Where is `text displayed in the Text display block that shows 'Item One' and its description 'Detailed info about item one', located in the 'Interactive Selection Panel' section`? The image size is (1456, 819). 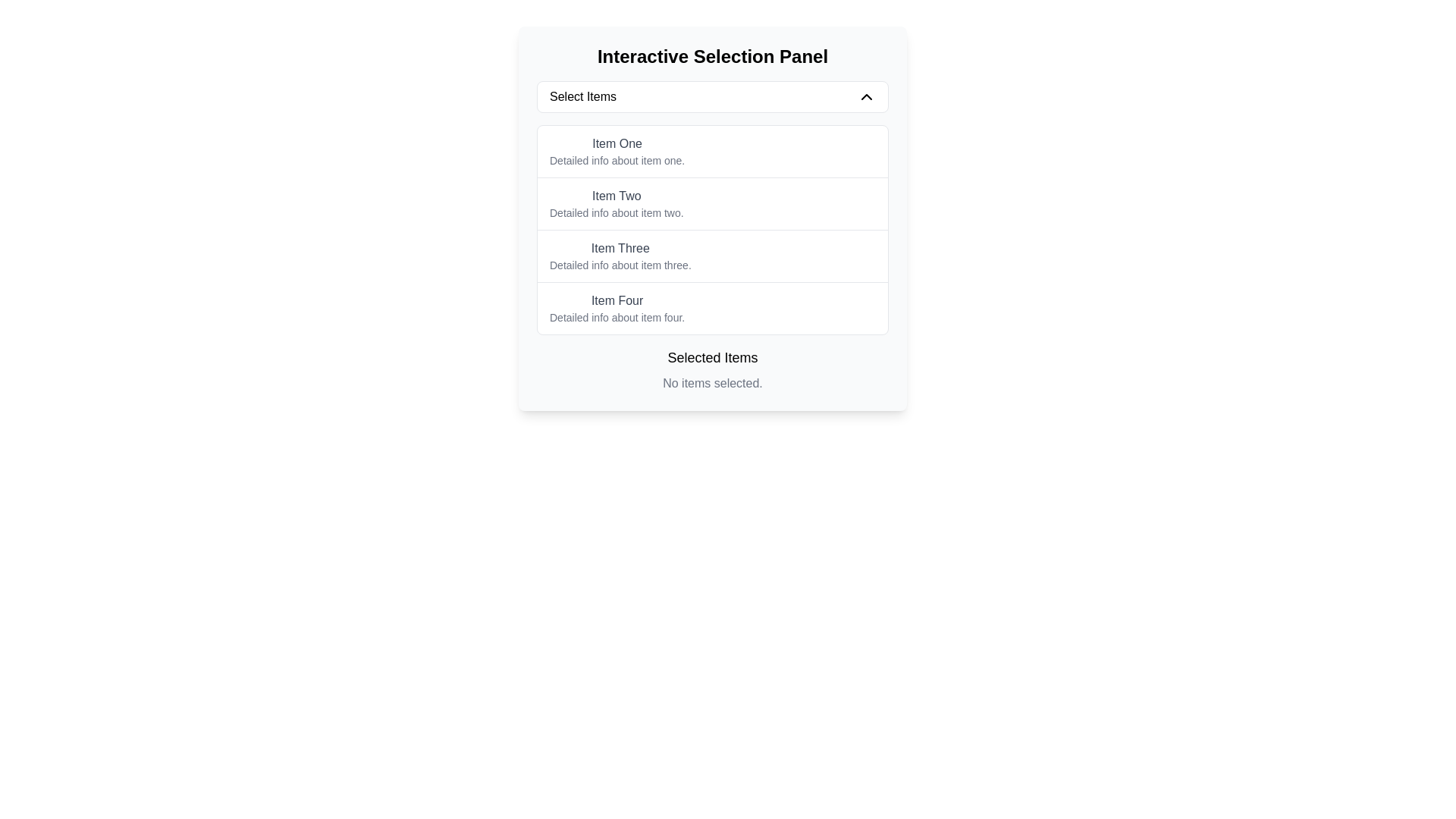
text displayed in the Text display block that shows 'Item One' and its description 'Detailed info about item one', located in the 'Interactive Selection Panel' section is located at coordinates (617, 152).